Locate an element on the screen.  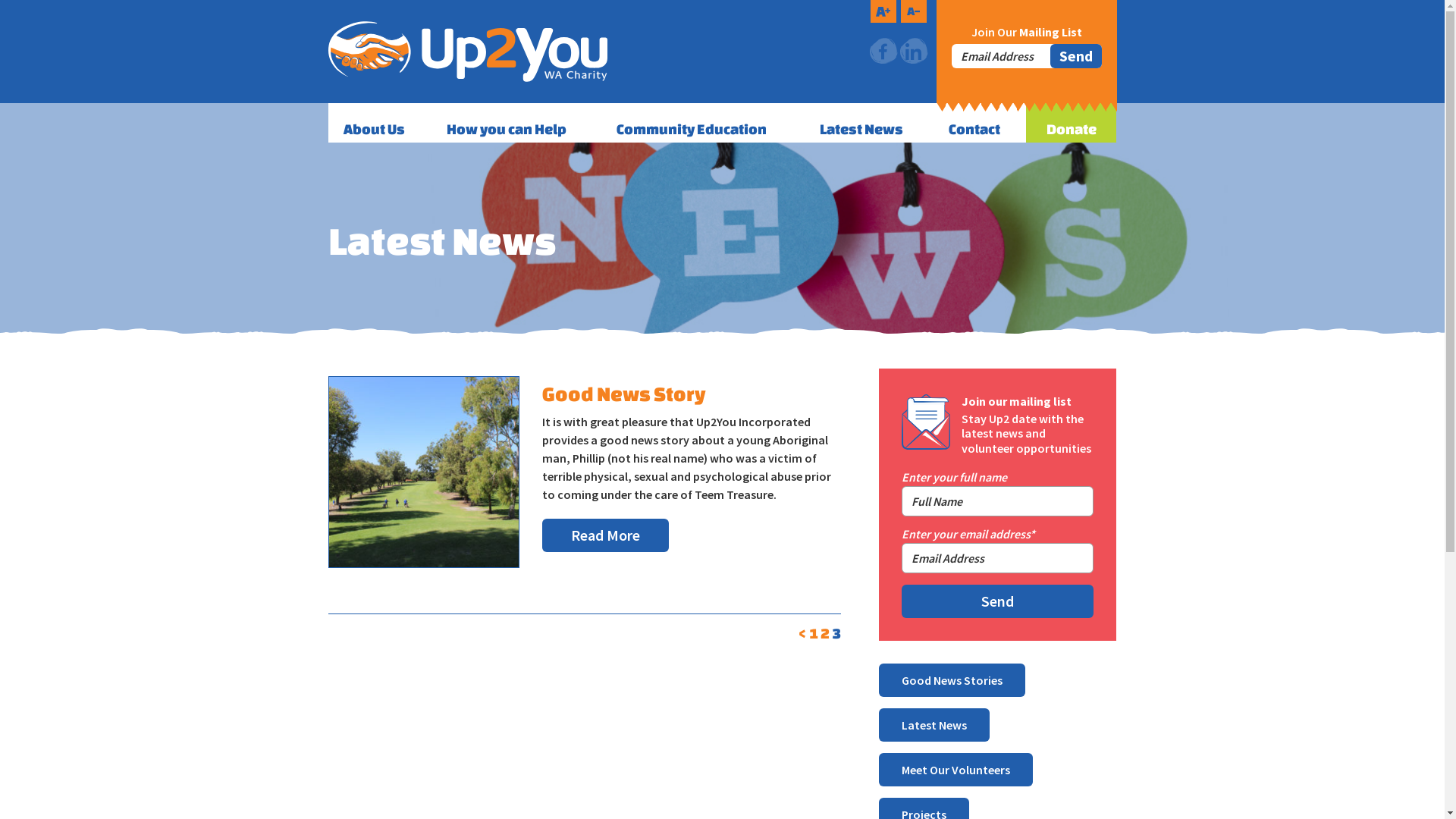
'2' is located at coordinates (824, 632).